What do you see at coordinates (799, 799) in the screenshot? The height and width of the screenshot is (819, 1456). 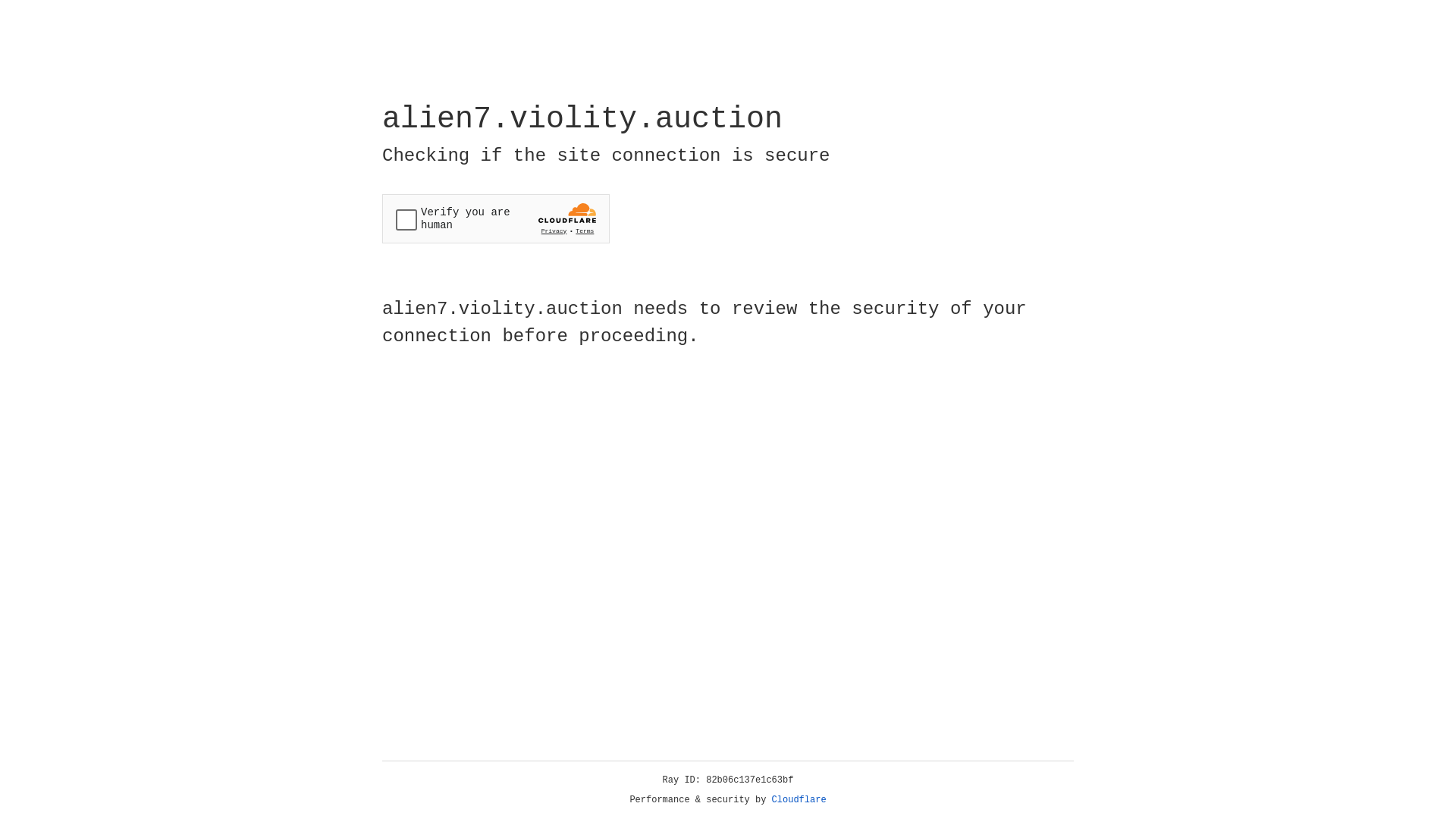 I see `'Cloudflare'` at bounding box center [799, 799].